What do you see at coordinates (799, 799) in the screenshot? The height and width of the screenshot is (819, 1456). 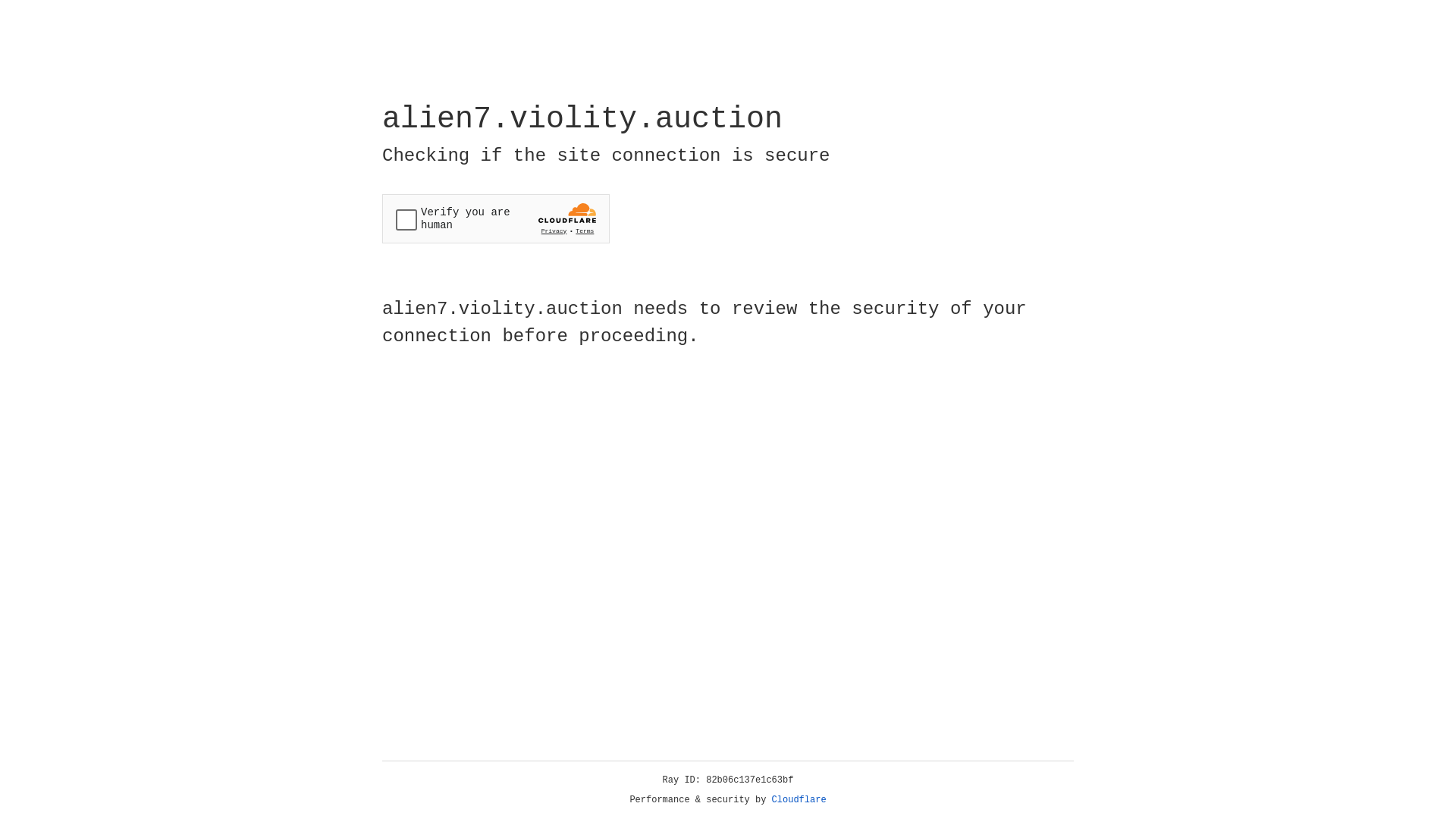 I see `'Cloudflare'` at bounding box center [799, 799].